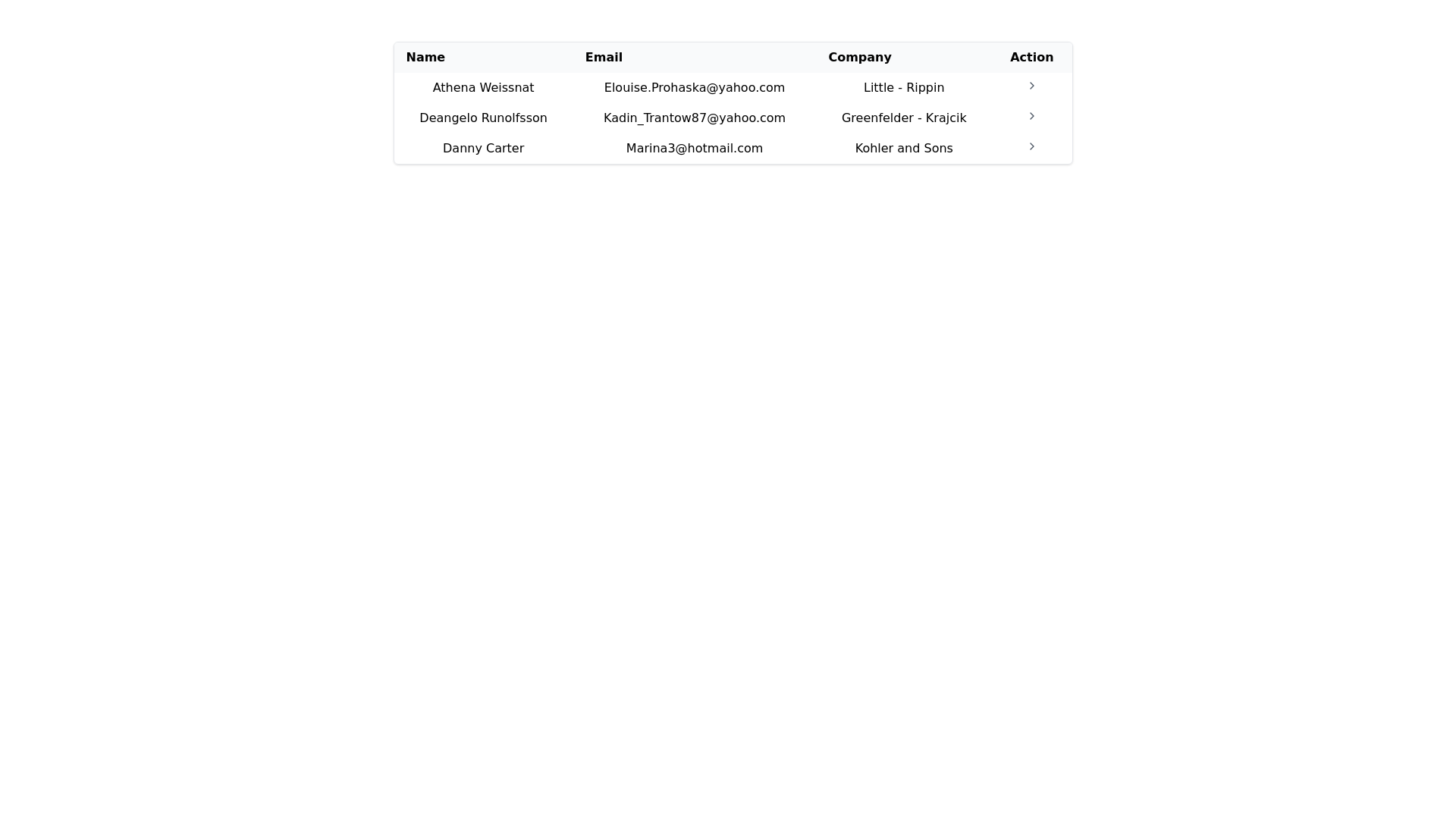  I want to click on the second row of the table, which contains the cells with the text values 'Deangelo Runolfsson', 'Kadin_Trantow87@yahoo.com', 'Greenfelder - Krajcik', and a clickable arrow icon, so click(733, 117).